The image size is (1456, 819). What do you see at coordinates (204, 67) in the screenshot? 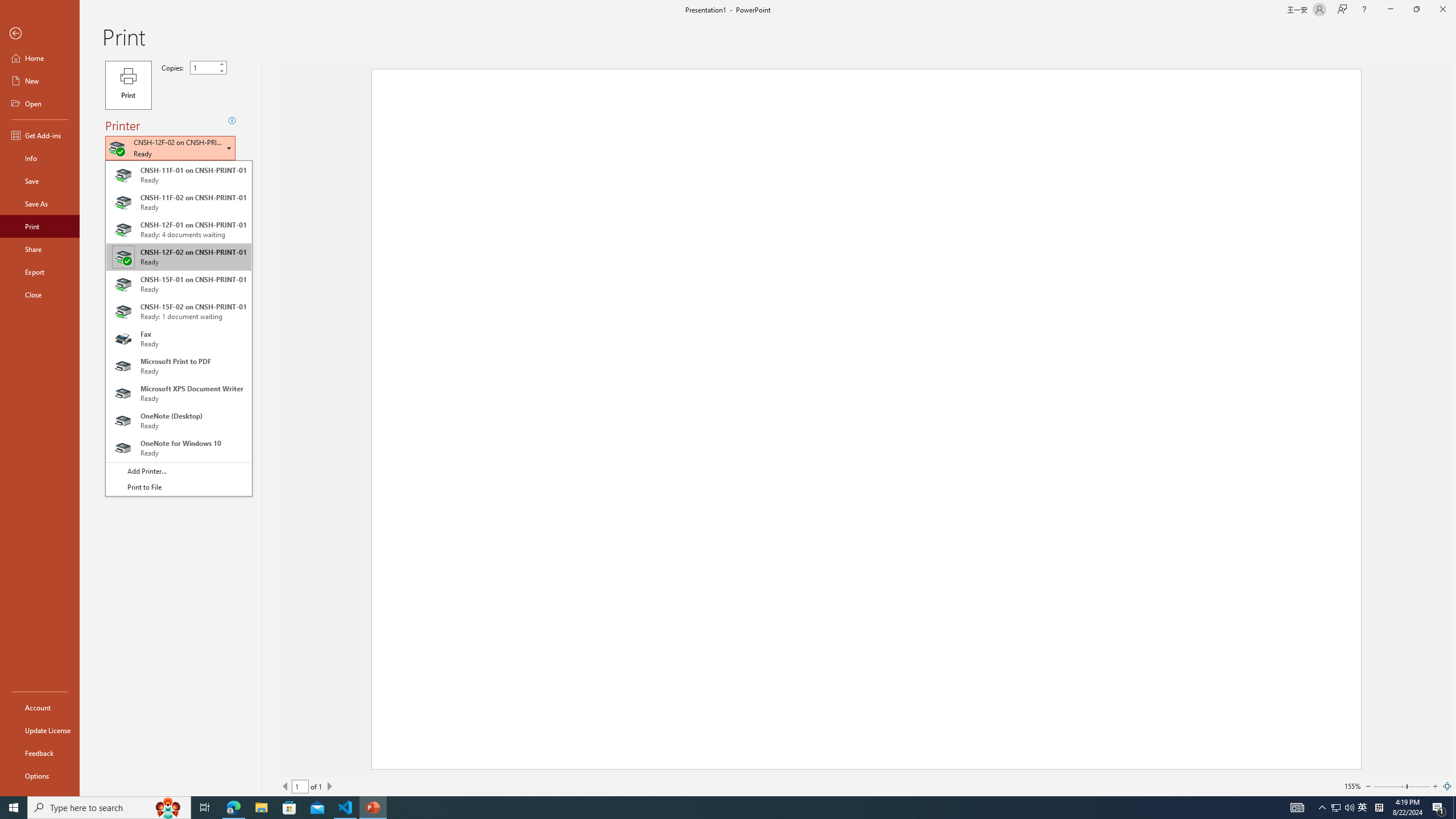
I see `'Copies'` at bounding box center [204, 67].